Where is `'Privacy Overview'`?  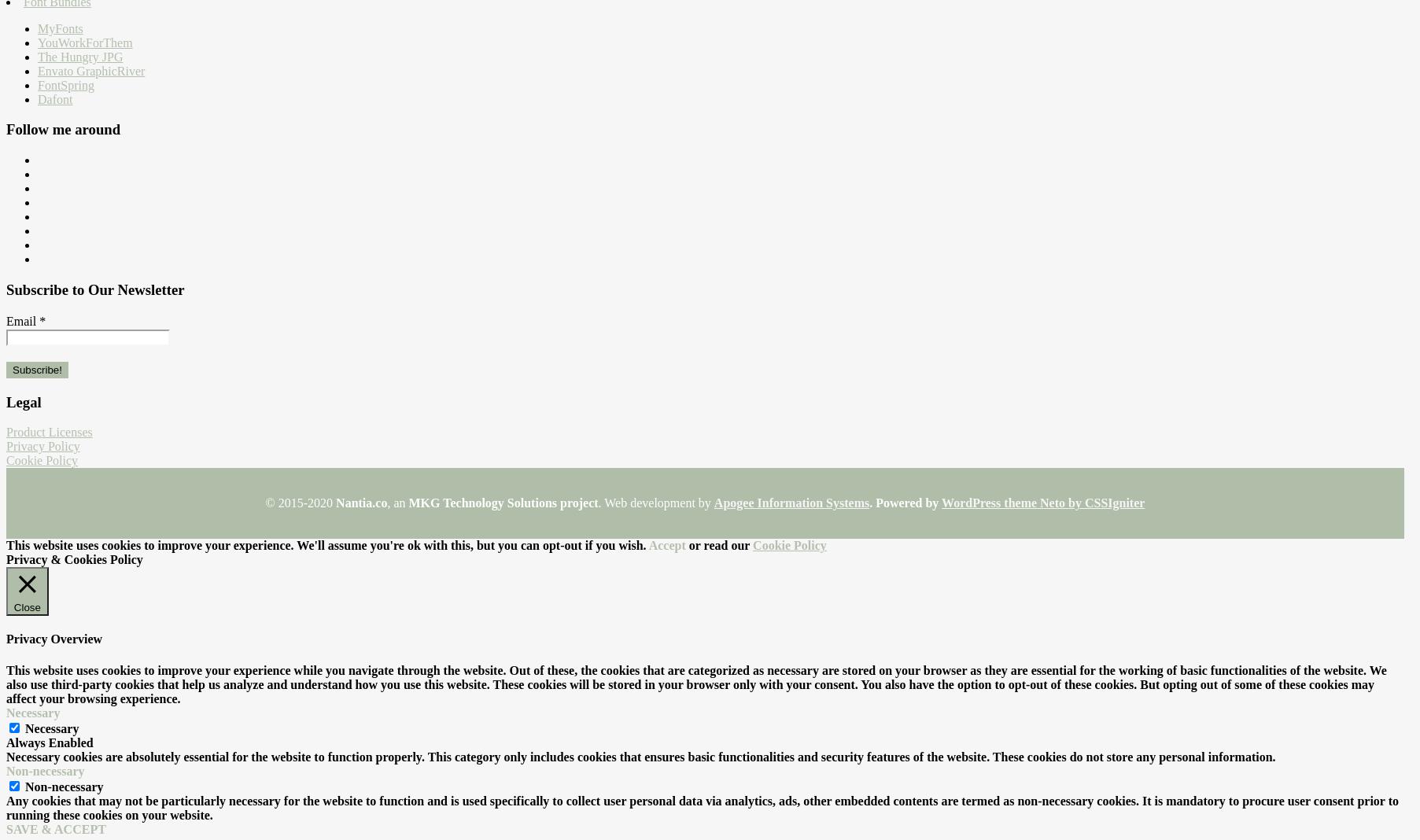
'Privacy Overview' is located at coordinates (53, 638).